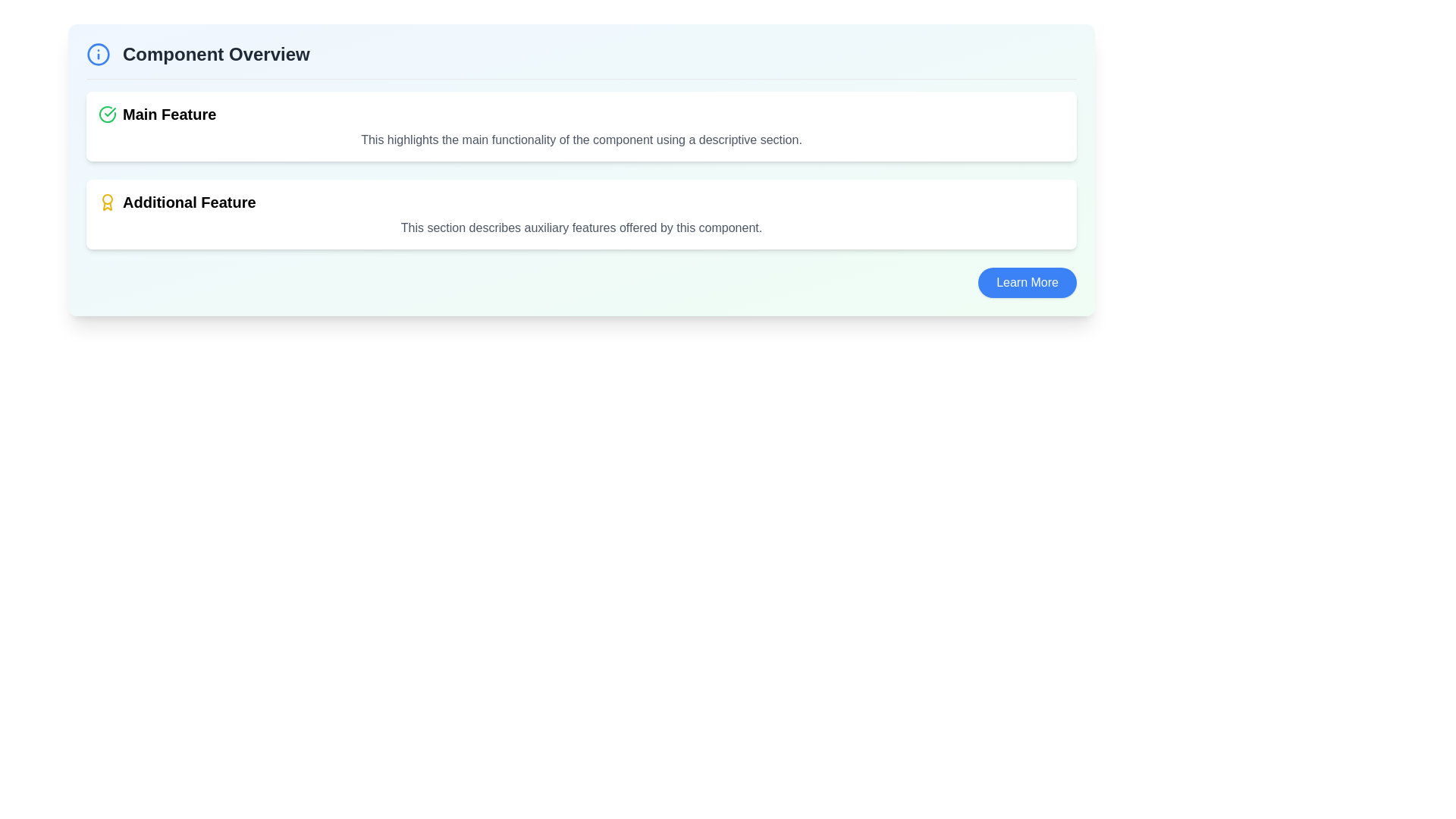  Describe the element at coordinates (107, 113) in the screenshot. I see `the circular success icon with a checkmark, which is located to the left of the 'Main Feature' heading` at that location.